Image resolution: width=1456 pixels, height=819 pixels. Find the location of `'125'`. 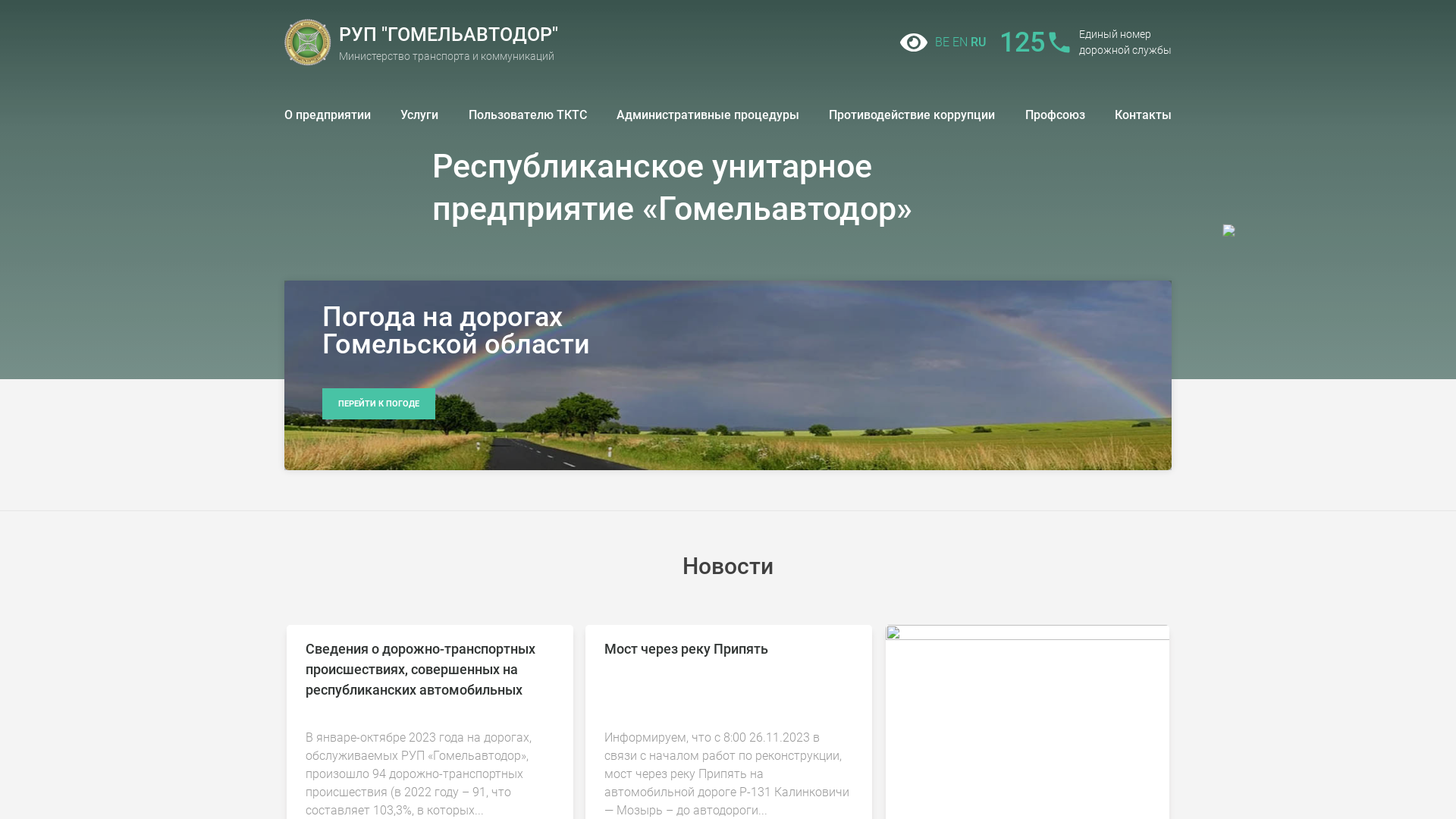

'125' is located at coordinates (1034, 42).